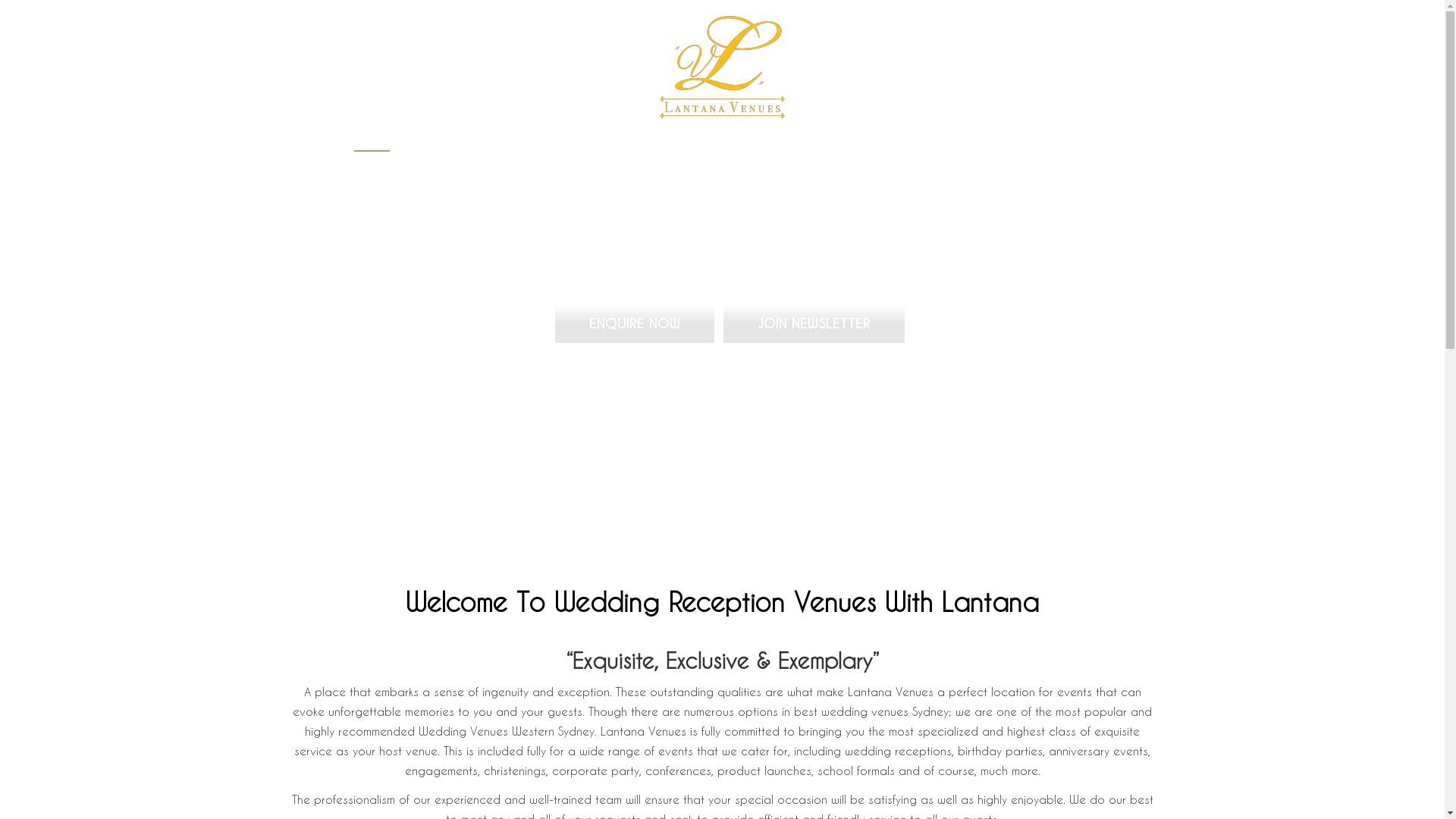  What do you see at coordinates (687, 143) in the screenshot?
I see `'SERVICES'` at bounding box center [687, 143].